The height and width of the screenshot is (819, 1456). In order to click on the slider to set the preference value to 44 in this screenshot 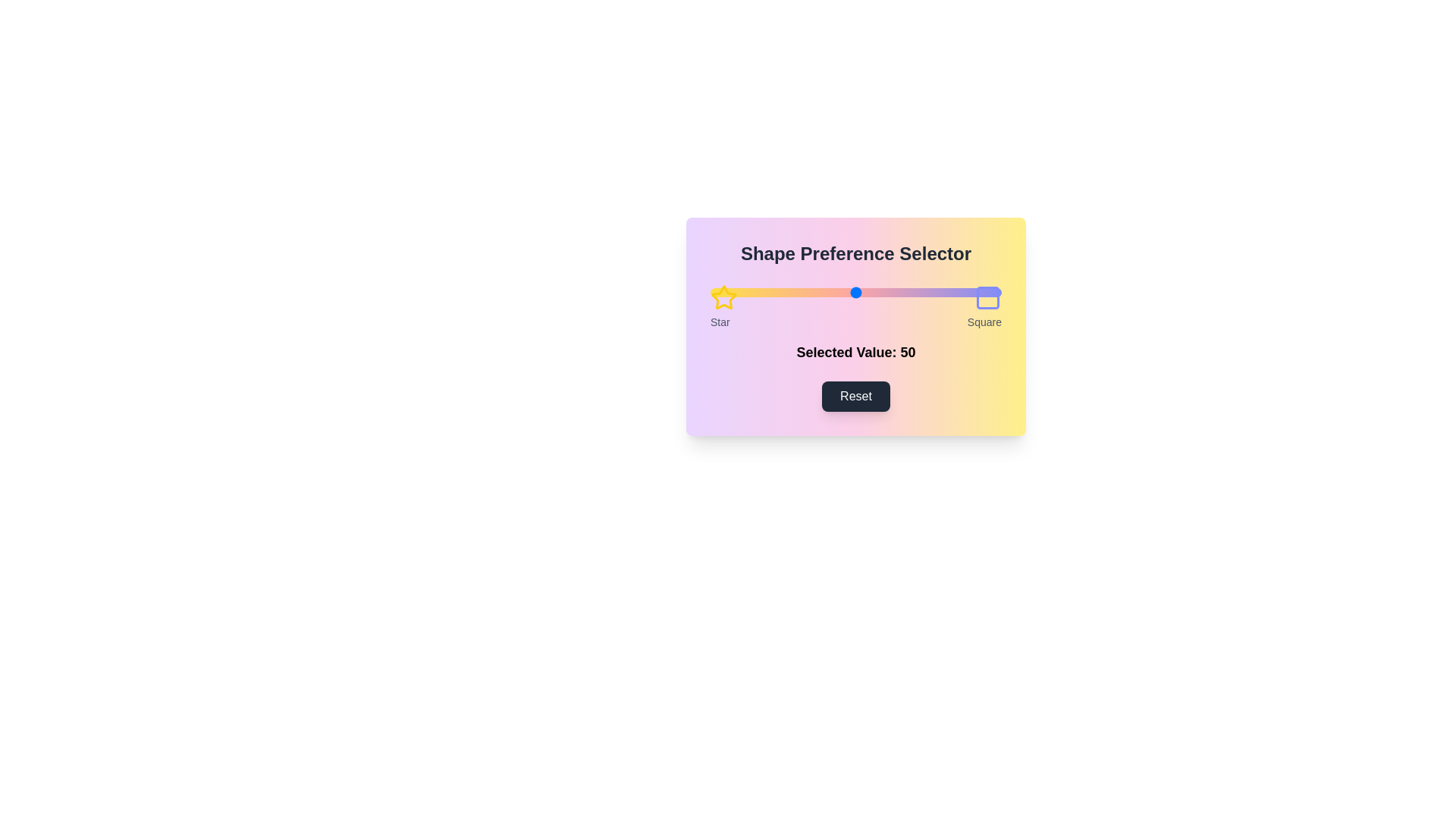, I will do `click(837, 292)`.